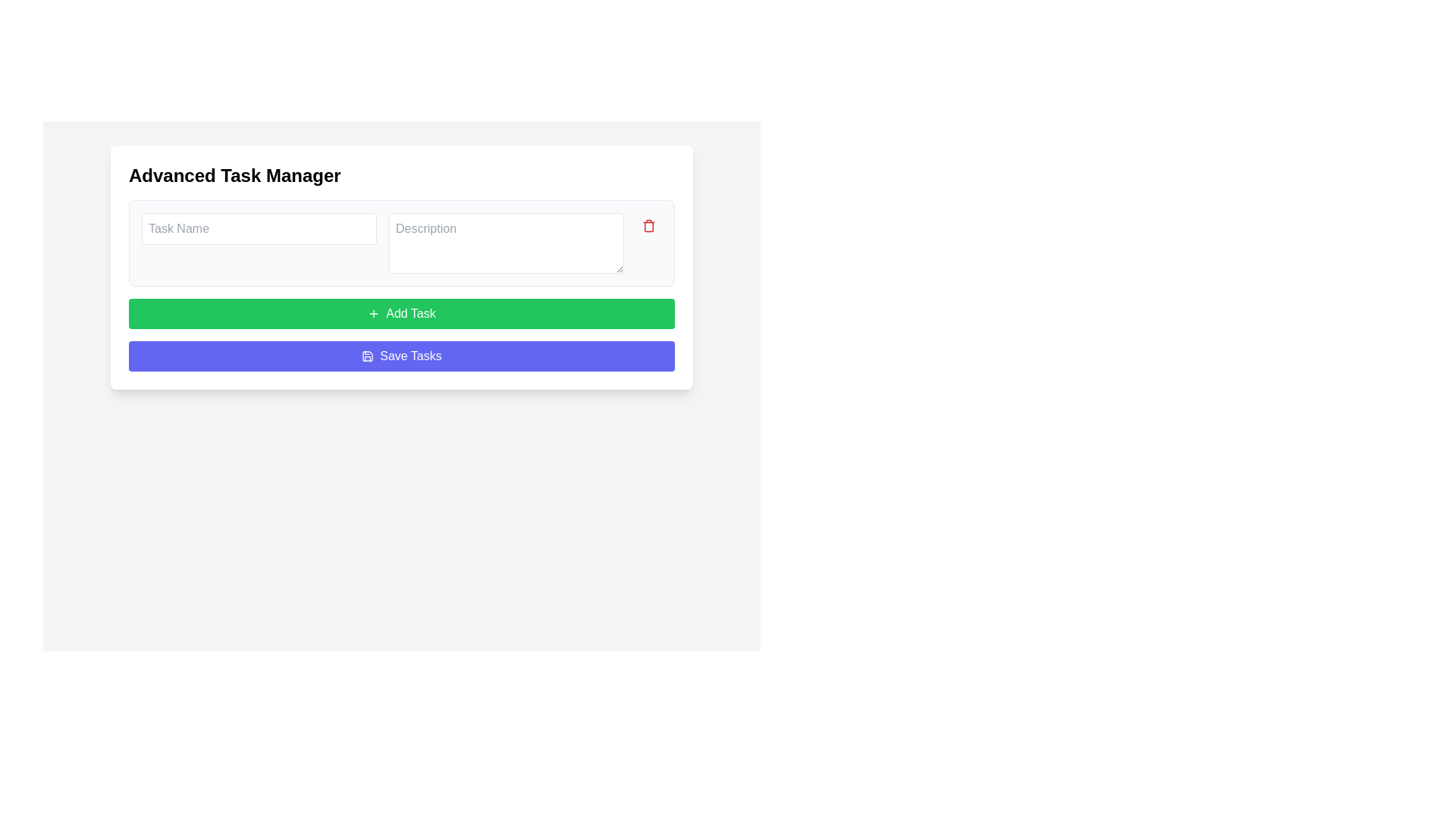 Image resolution: width=1456 pixels, height=819 pixels. Describe the element at coordinates (648, 225) in the screenshot. I see `the red trash can icon within the button located at the top right of the task management section` at that location.